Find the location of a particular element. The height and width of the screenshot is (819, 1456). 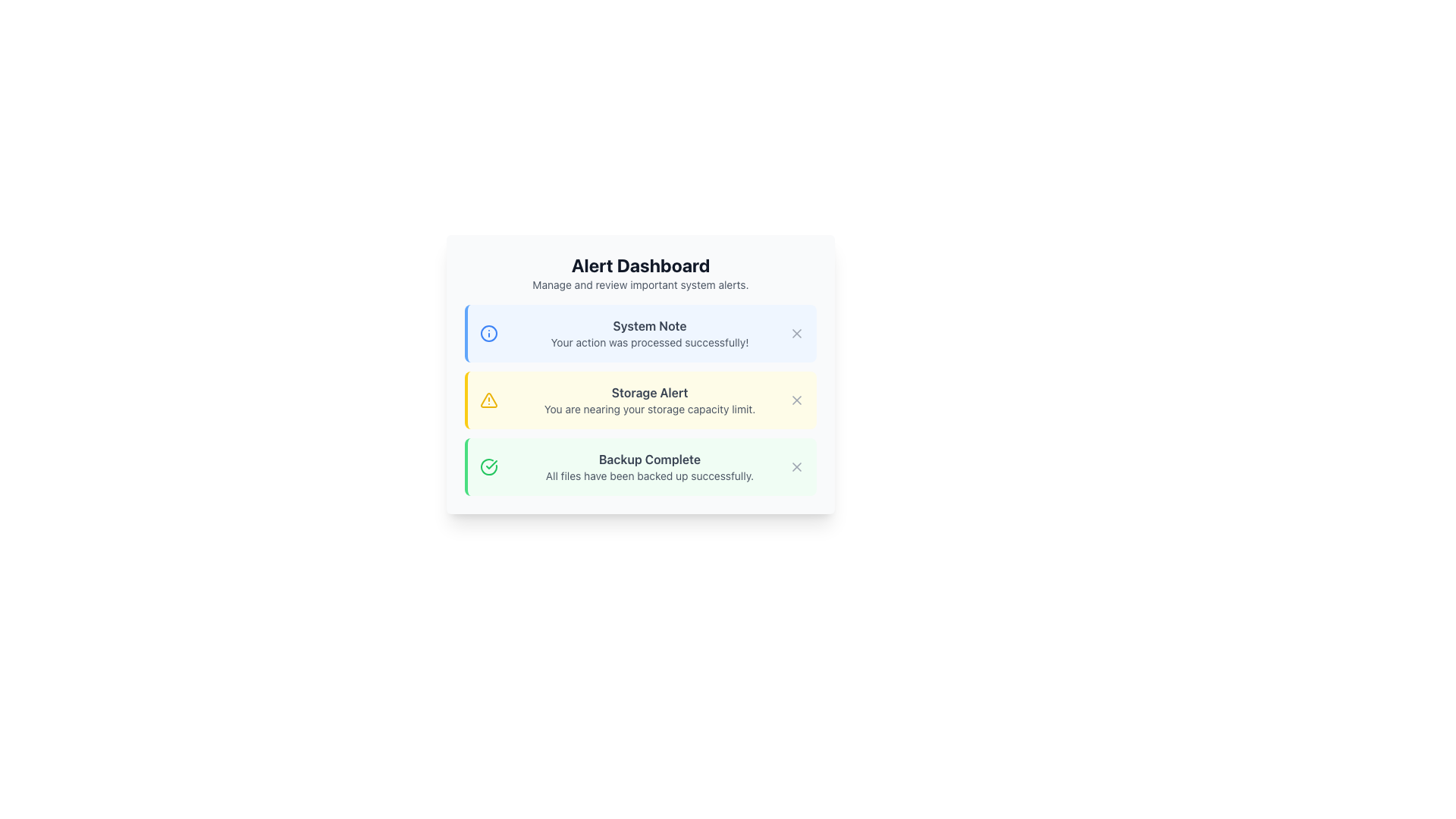

message displayed in the blue-highlighted notification box located beneath the 'Alert Dashboard' heading is located at coordinates (650, 332).